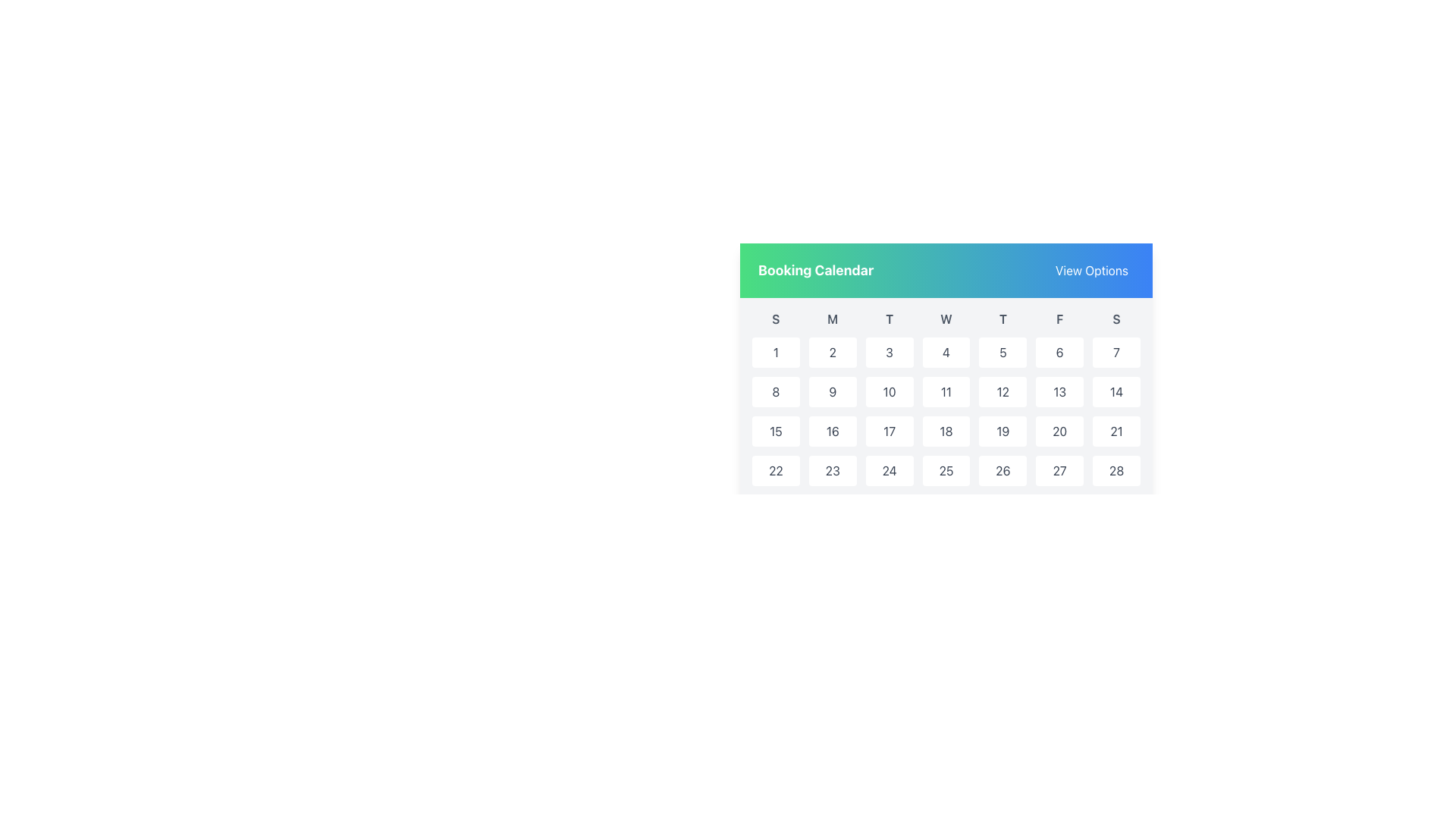 The height and width of the screenshot is (819, 1456). What do you see at coordinates (889, 470) in the screenshot?
I see `the button representing the 24th day in the visible calendar interface` at bounding box center [889, 470].